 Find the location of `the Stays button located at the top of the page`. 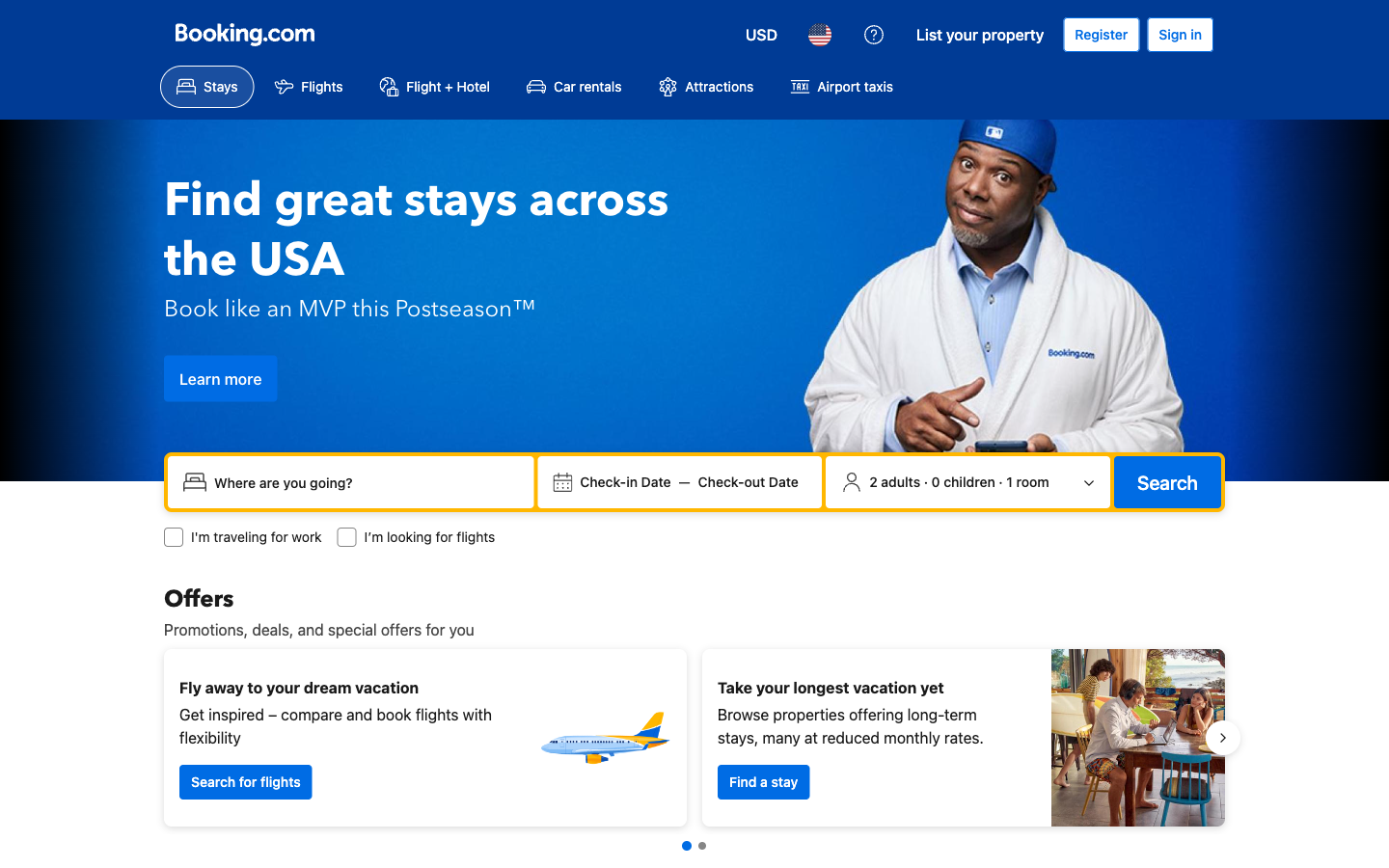

the Stays button located at the top of the page is located at coordinates (206, 86).